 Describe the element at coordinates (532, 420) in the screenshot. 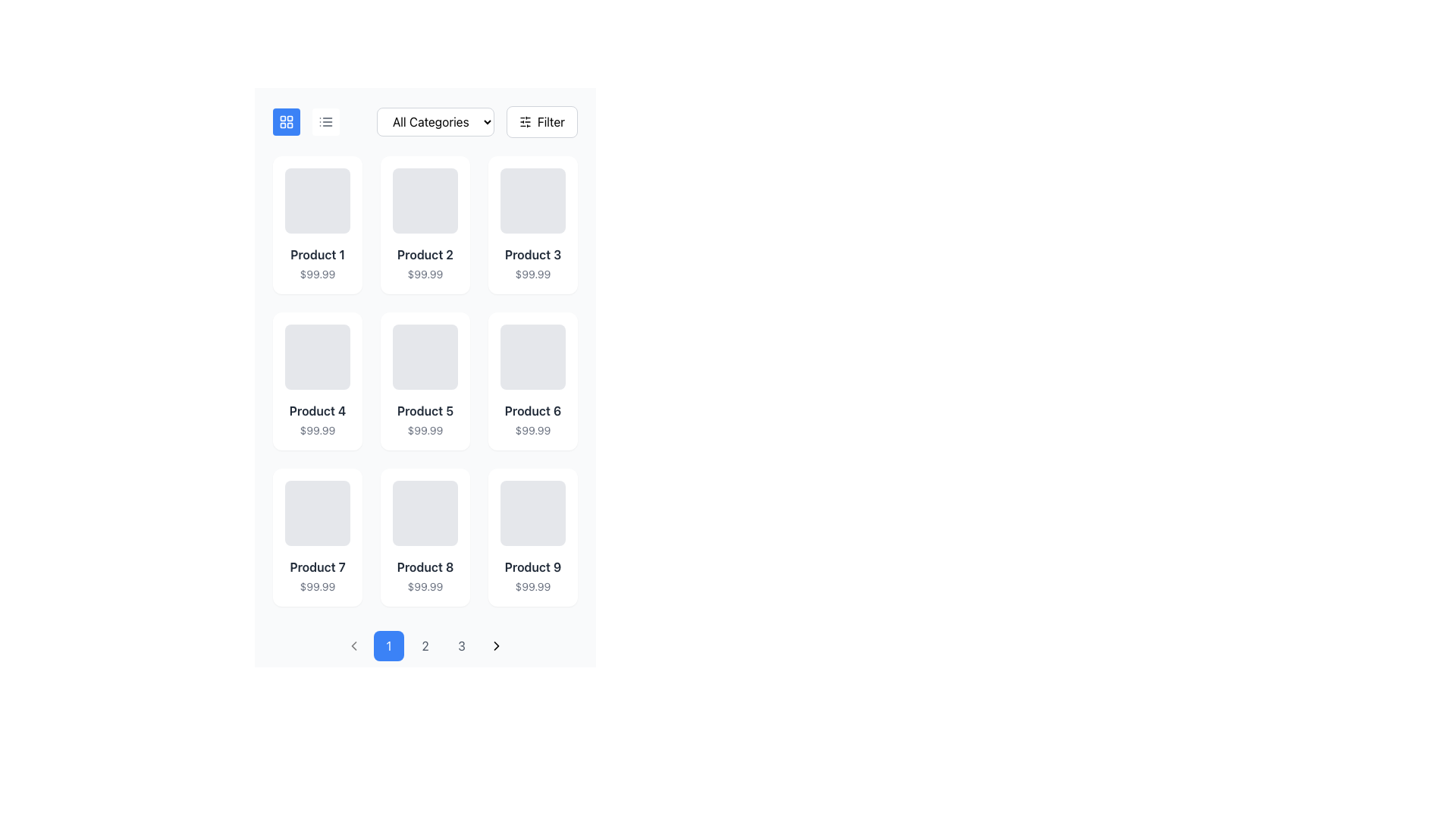

I see `price information displayed in the Text Display Component that shows '$99.99' below the product name 'Product 6' in a grid layout` at that location.